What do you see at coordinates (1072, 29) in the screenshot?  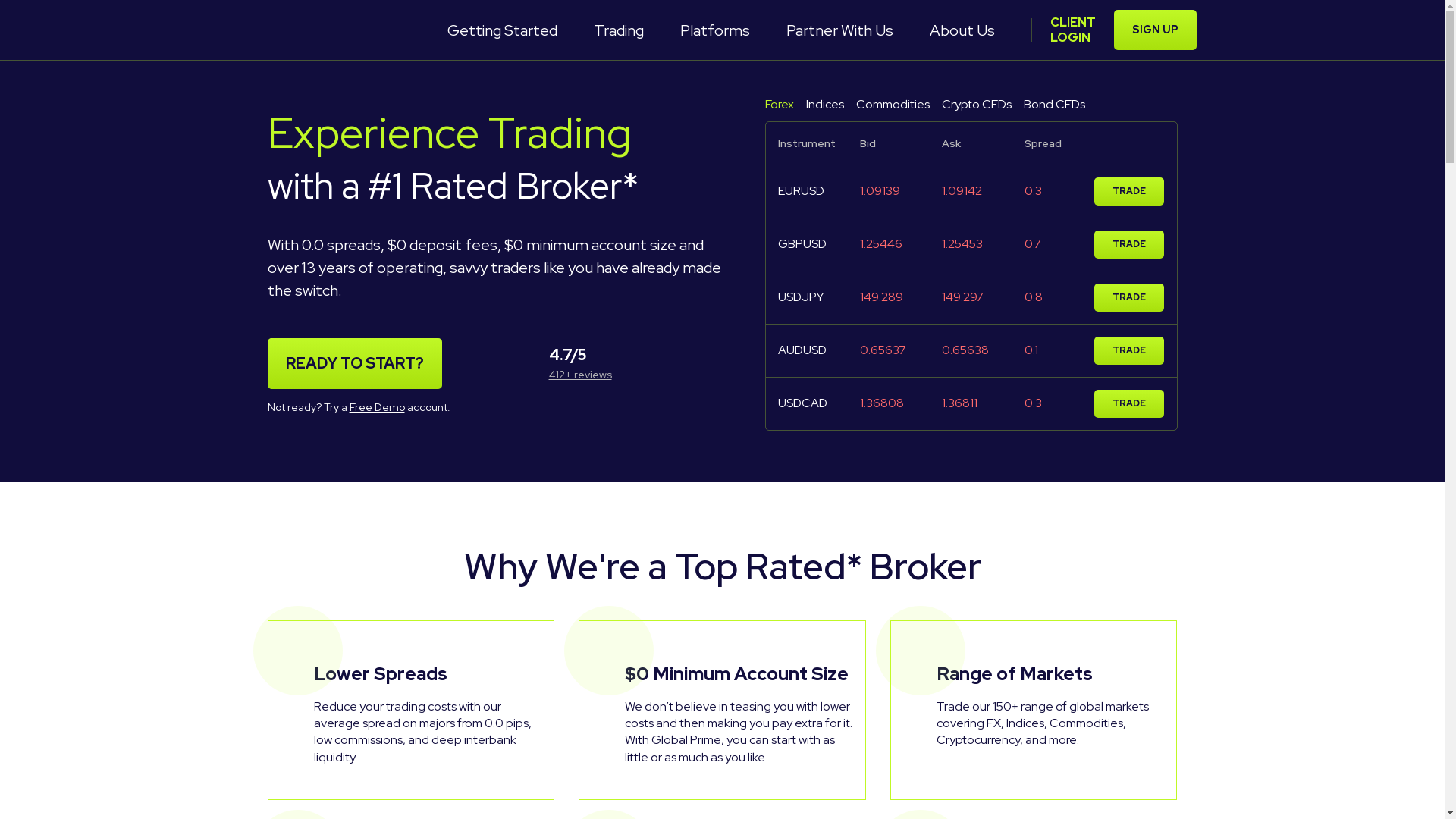 I see `'CLIENT LOGIN'` at bounding box center [1072, 29].